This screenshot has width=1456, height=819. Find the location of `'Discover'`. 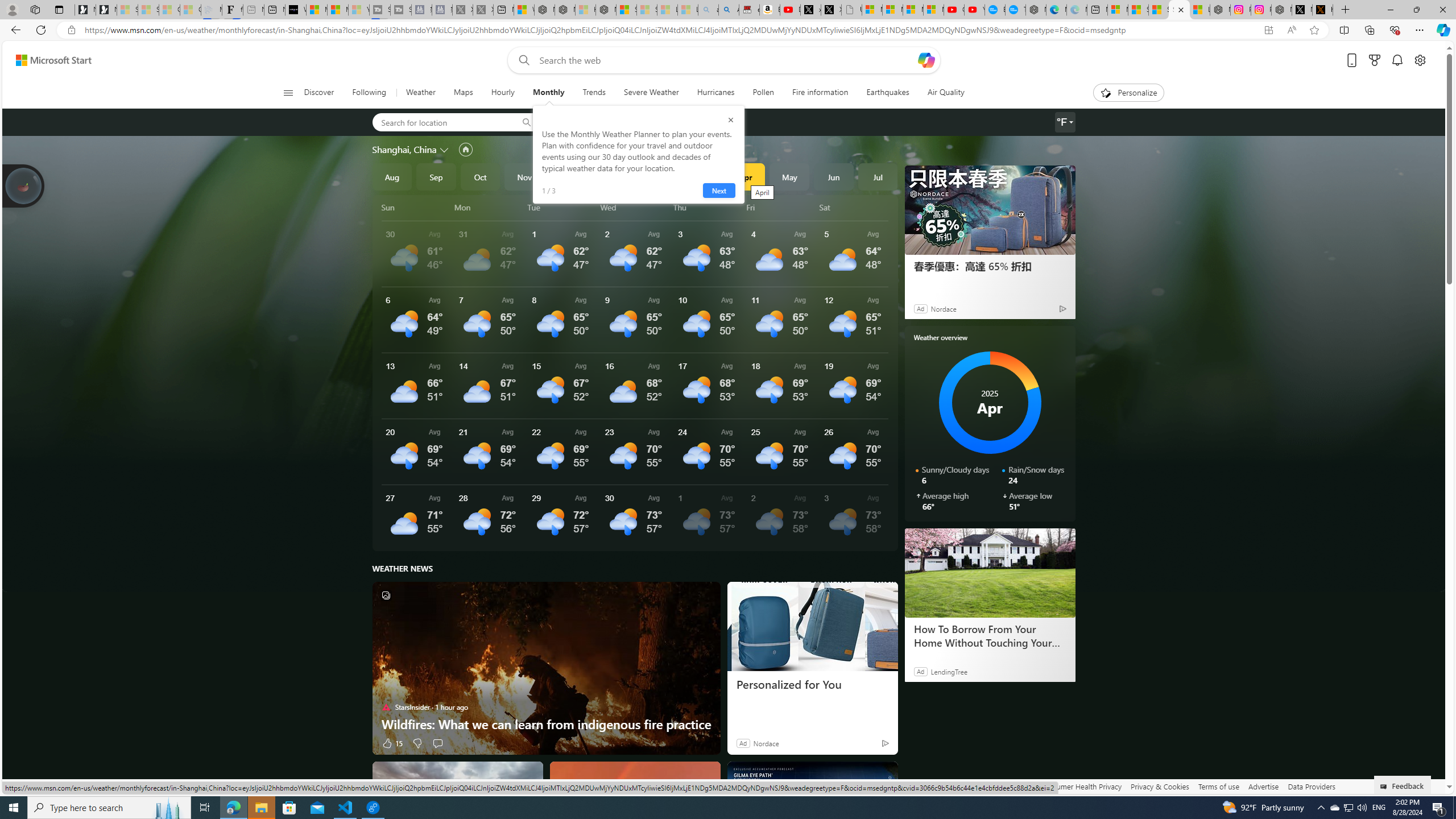

'Discover' is located at coordinates (323, 92).